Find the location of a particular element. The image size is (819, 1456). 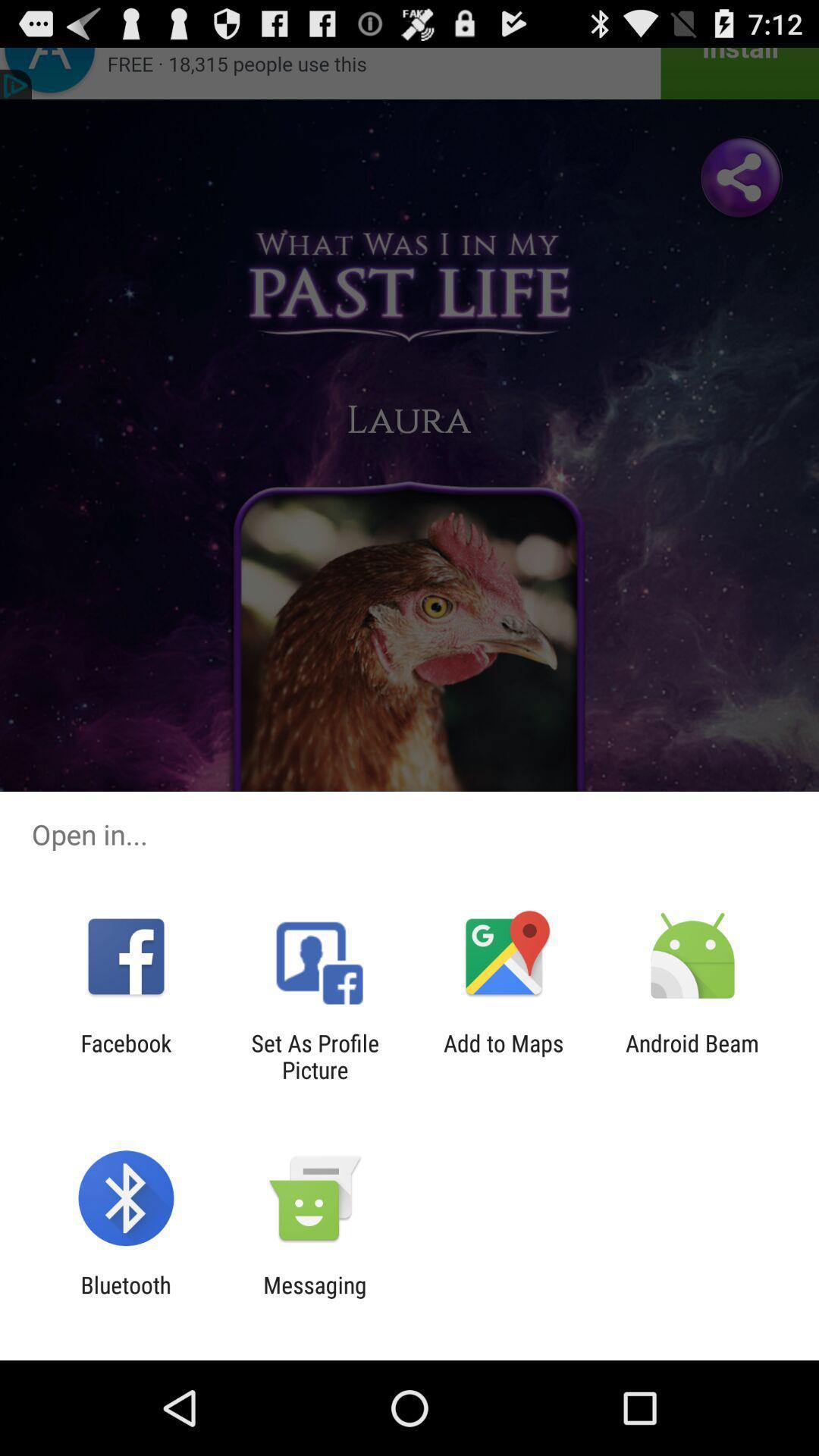

facebook icon is located at coordinates (125, 1056).